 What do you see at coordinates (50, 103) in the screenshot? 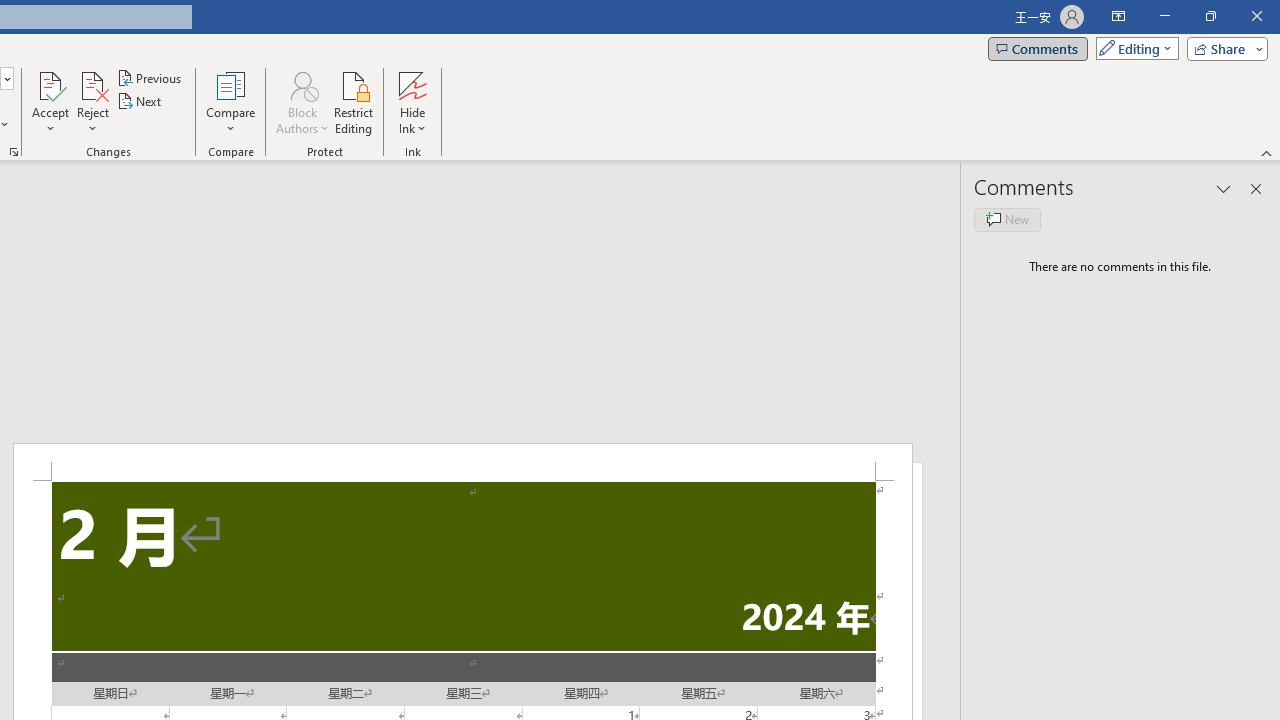
I see `'Accept'` at bounding box center [50, 103].